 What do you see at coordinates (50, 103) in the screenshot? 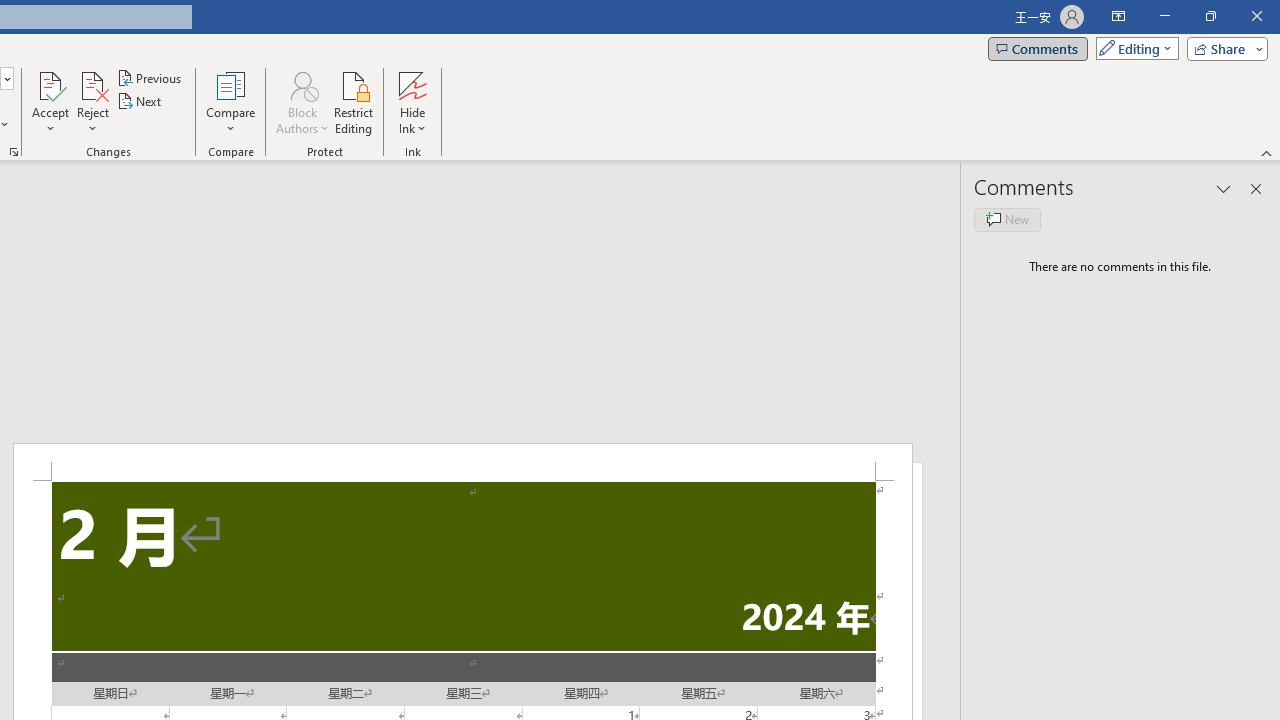
I see `'Accept'` at bounding box center [50, 103].